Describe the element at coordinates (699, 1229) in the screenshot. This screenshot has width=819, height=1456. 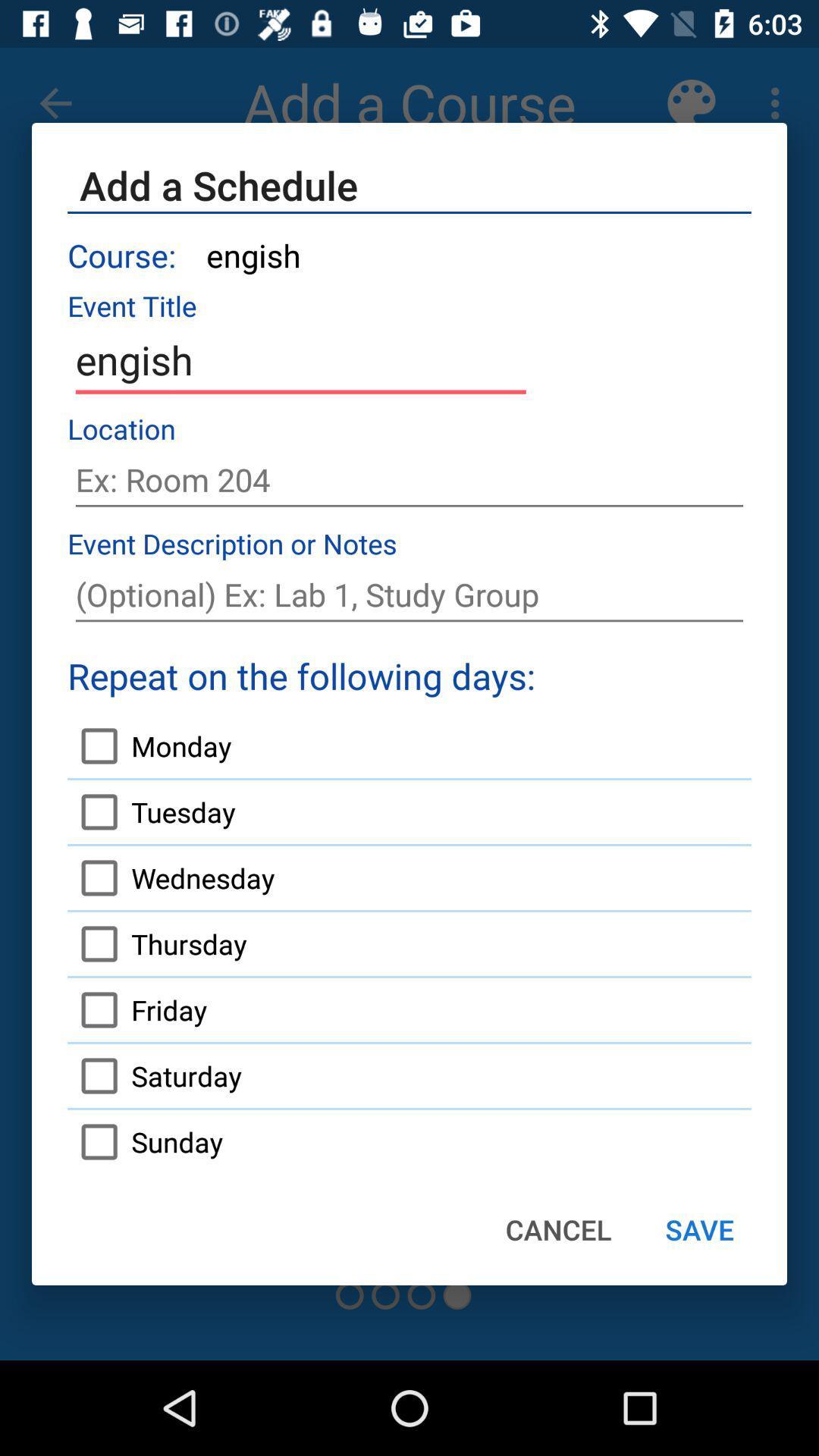
I see `the save item` at that location.